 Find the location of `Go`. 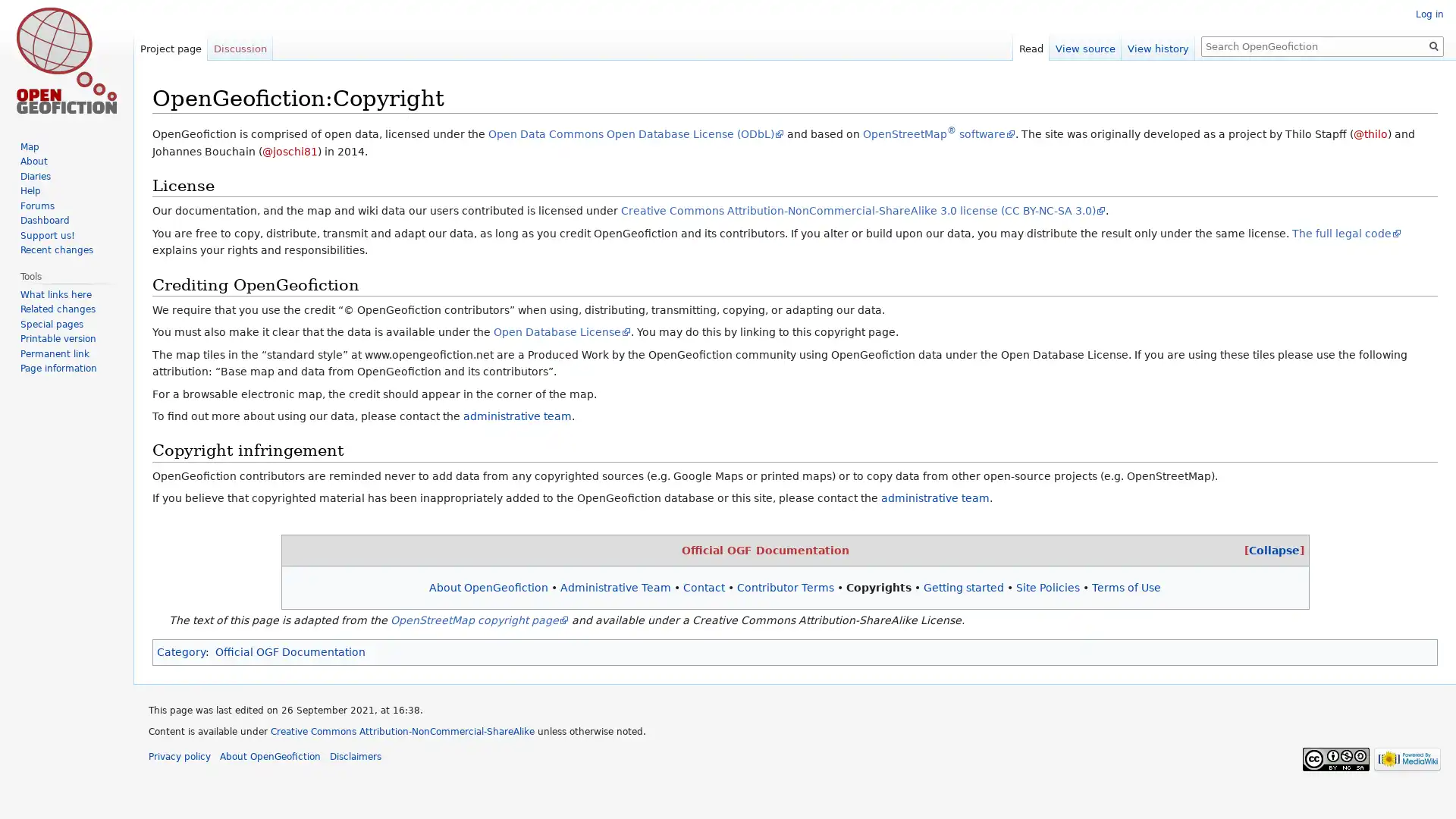

Go is located at coordinates (1433, 45).